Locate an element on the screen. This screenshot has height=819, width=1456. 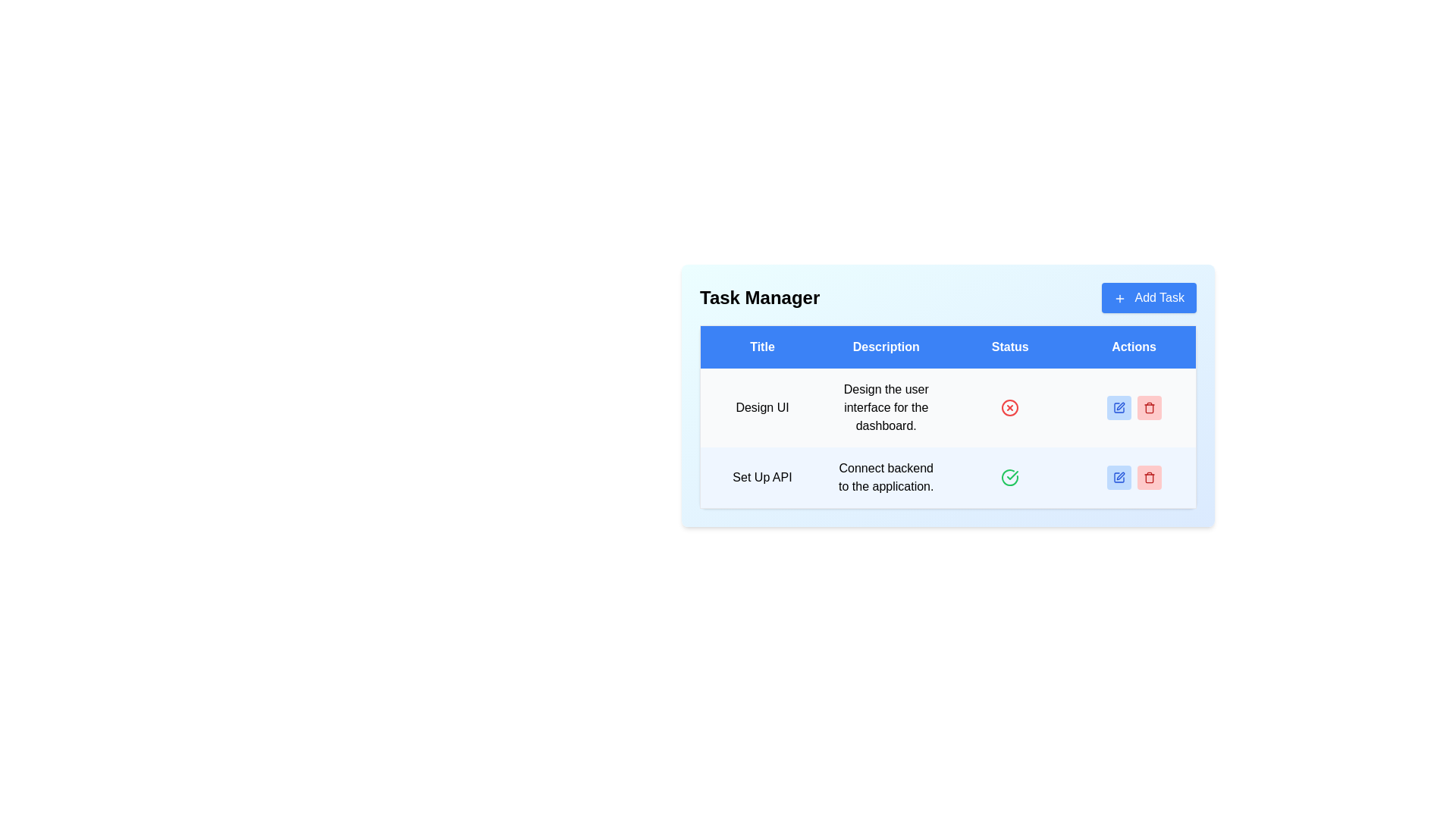
the blue square icon with a pen symbol located in the 'Actions' column of the 'Set Up API' row in the task table is located at coordinates (1119, 476).